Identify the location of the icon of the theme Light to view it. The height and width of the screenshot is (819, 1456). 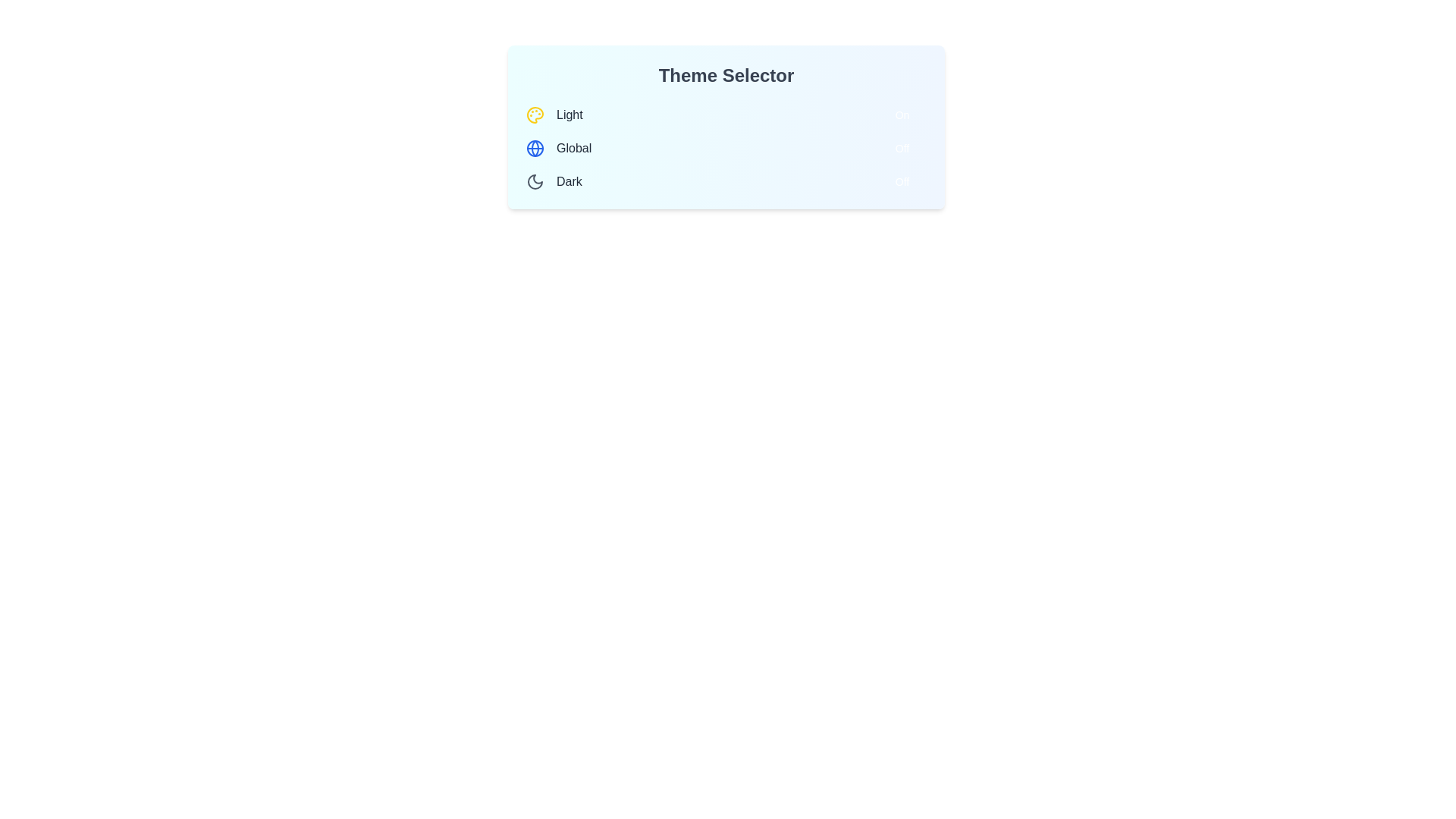
(535, 114).